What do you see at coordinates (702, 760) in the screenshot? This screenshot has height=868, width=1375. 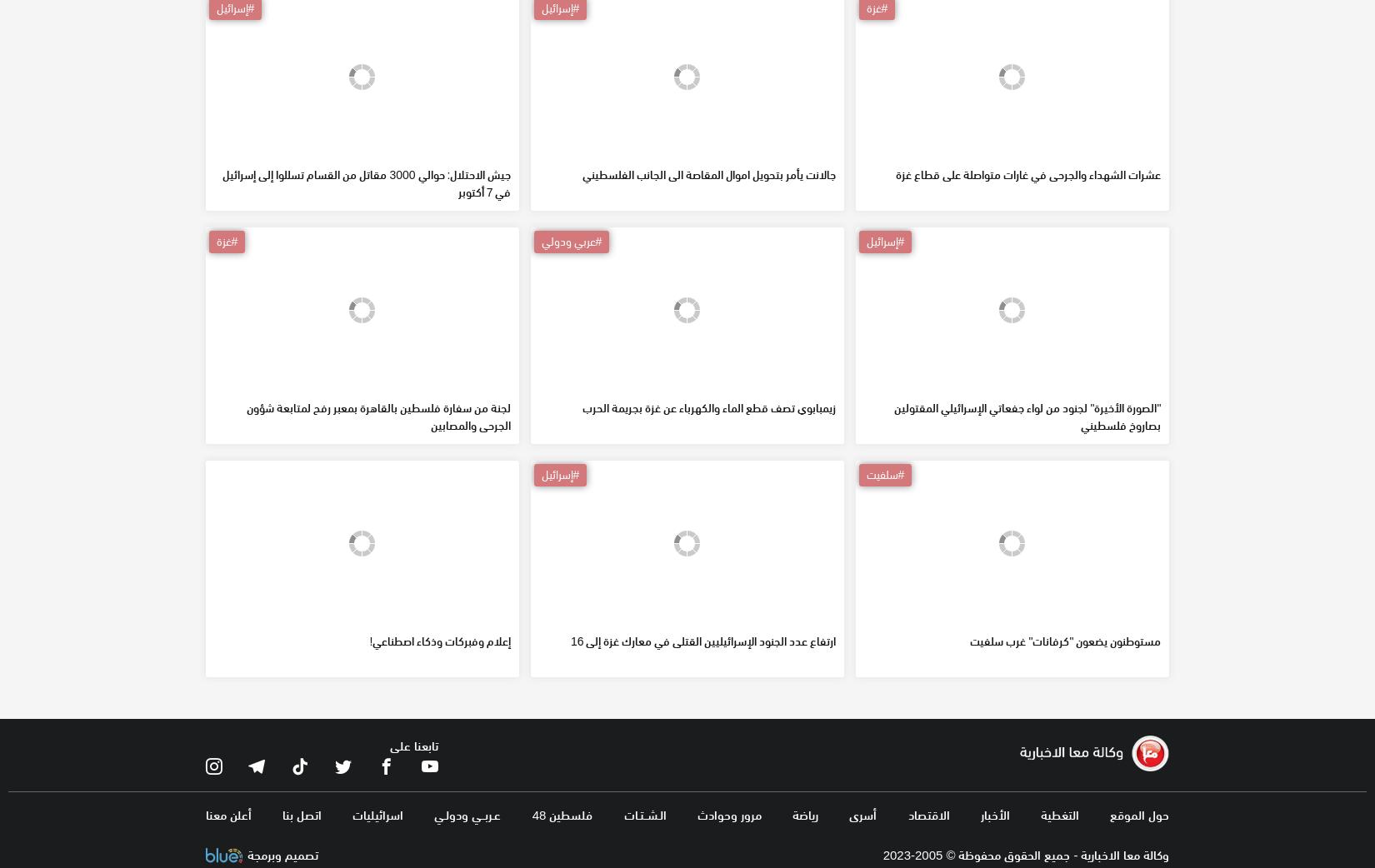 I see `'ارتفاع عدد الجنود الإسرائيليين القتلى في معارك غزة إلى 16'` at bounding box center [702, 760].